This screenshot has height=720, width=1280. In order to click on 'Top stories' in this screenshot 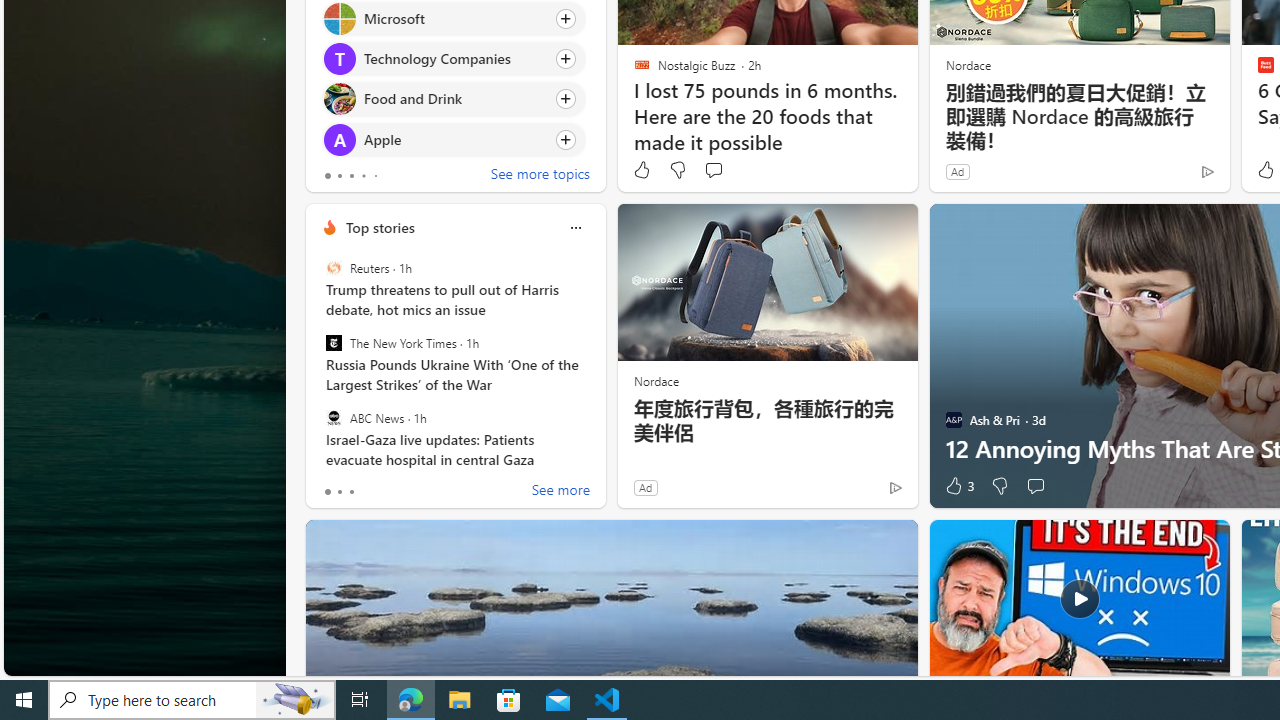, I will do `click(380, 226)`.